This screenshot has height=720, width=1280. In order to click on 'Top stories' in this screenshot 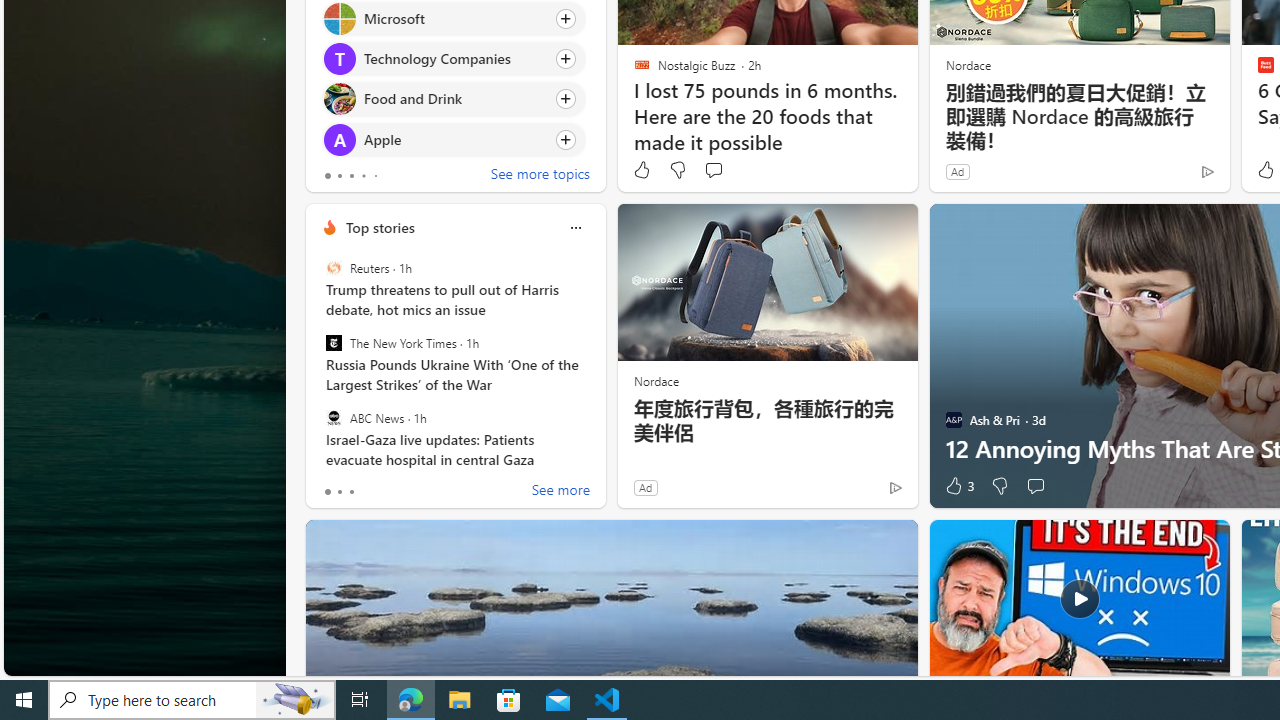, I will do `click(380, 226)`.